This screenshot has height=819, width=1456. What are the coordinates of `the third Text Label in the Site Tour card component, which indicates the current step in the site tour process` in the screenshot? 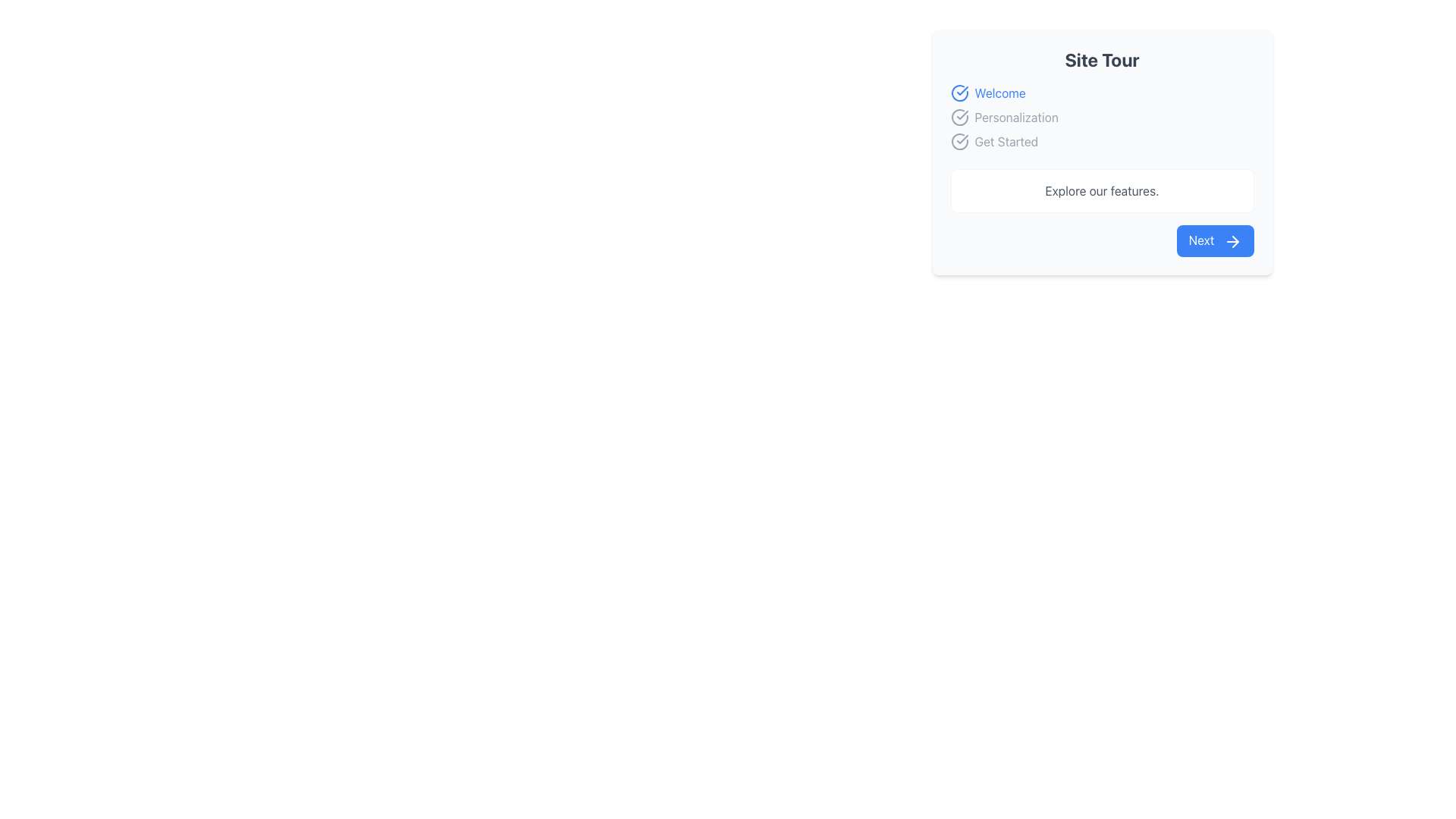 It's located at (1006, 141).